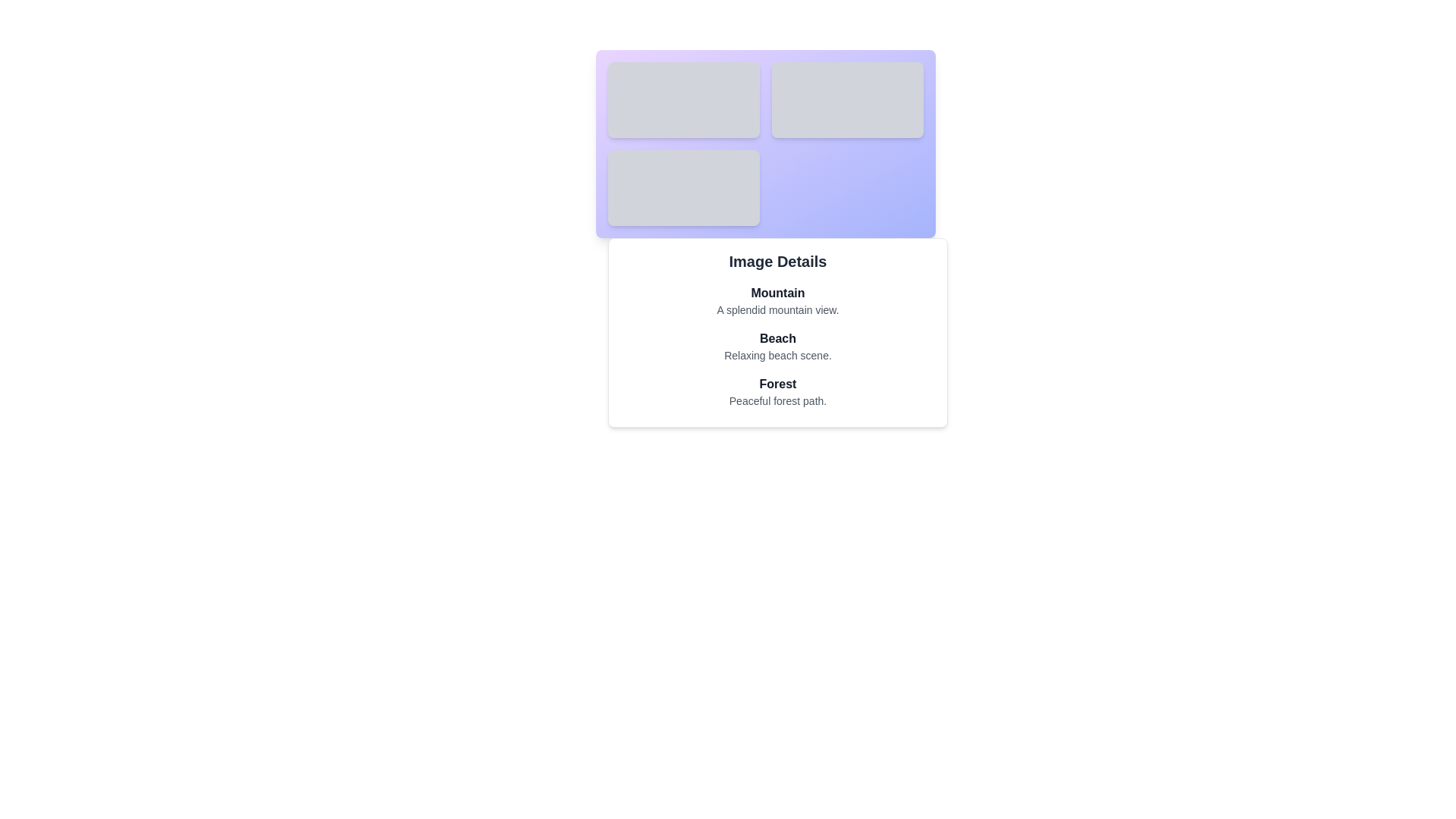  Describe the element at coordinates (765, 143) in the screenshot. I see `the card-like UI element with a gradient background transitioning from purple to indigo, which is positioned at the top of the interface and is centered horizontally above the 'Image Details' section` at that location.